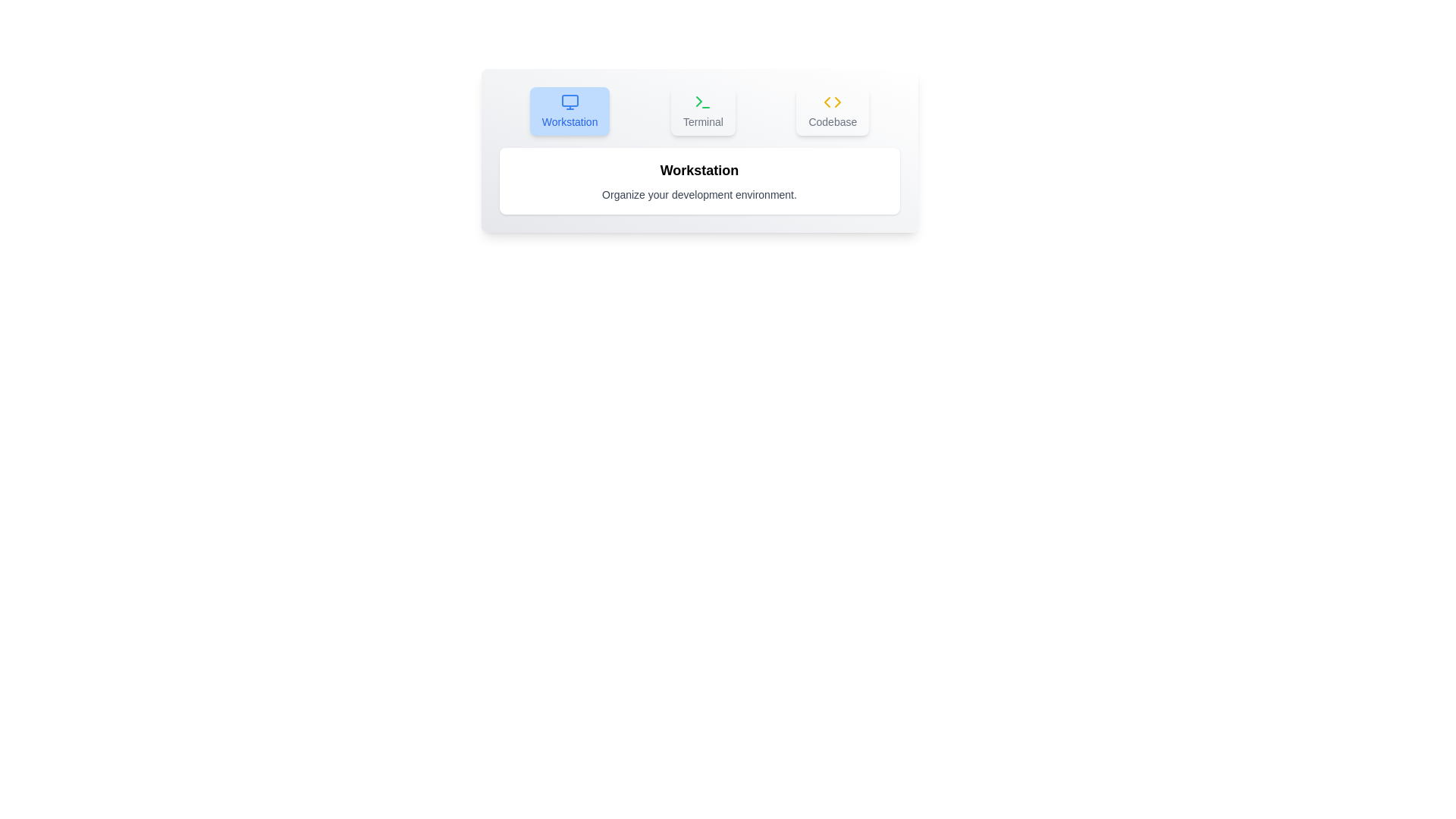 The height and width of the screenshot is (819, 1456). Describe the element at coordinates (569, 110) in the screenshot. I see `the Workstation tab to observe the visual effect` at that location.